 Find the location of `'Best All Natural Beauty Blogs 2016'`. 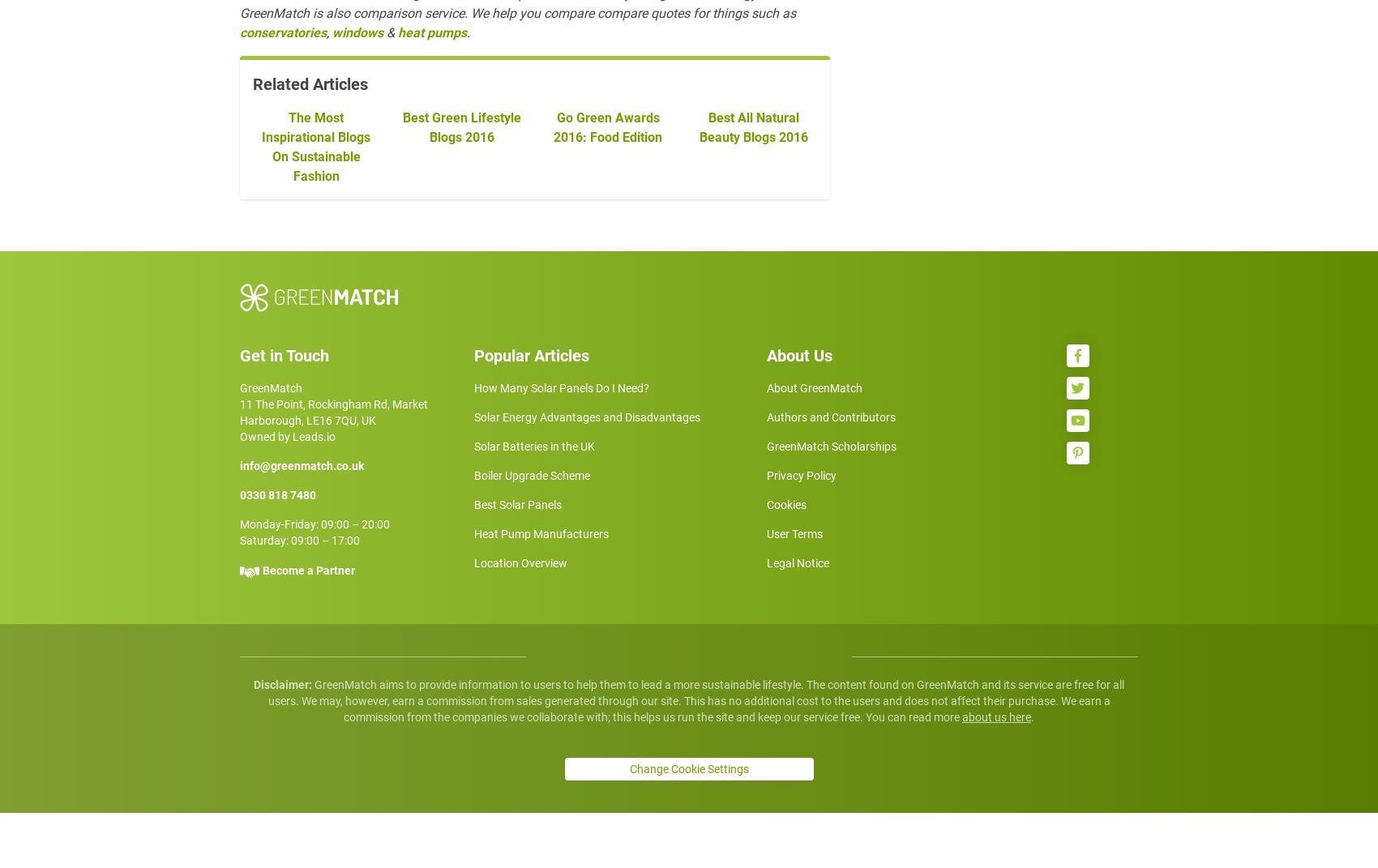

'Best All Natural Beauty Blogs 2016' is located at coordinates (754, 192).